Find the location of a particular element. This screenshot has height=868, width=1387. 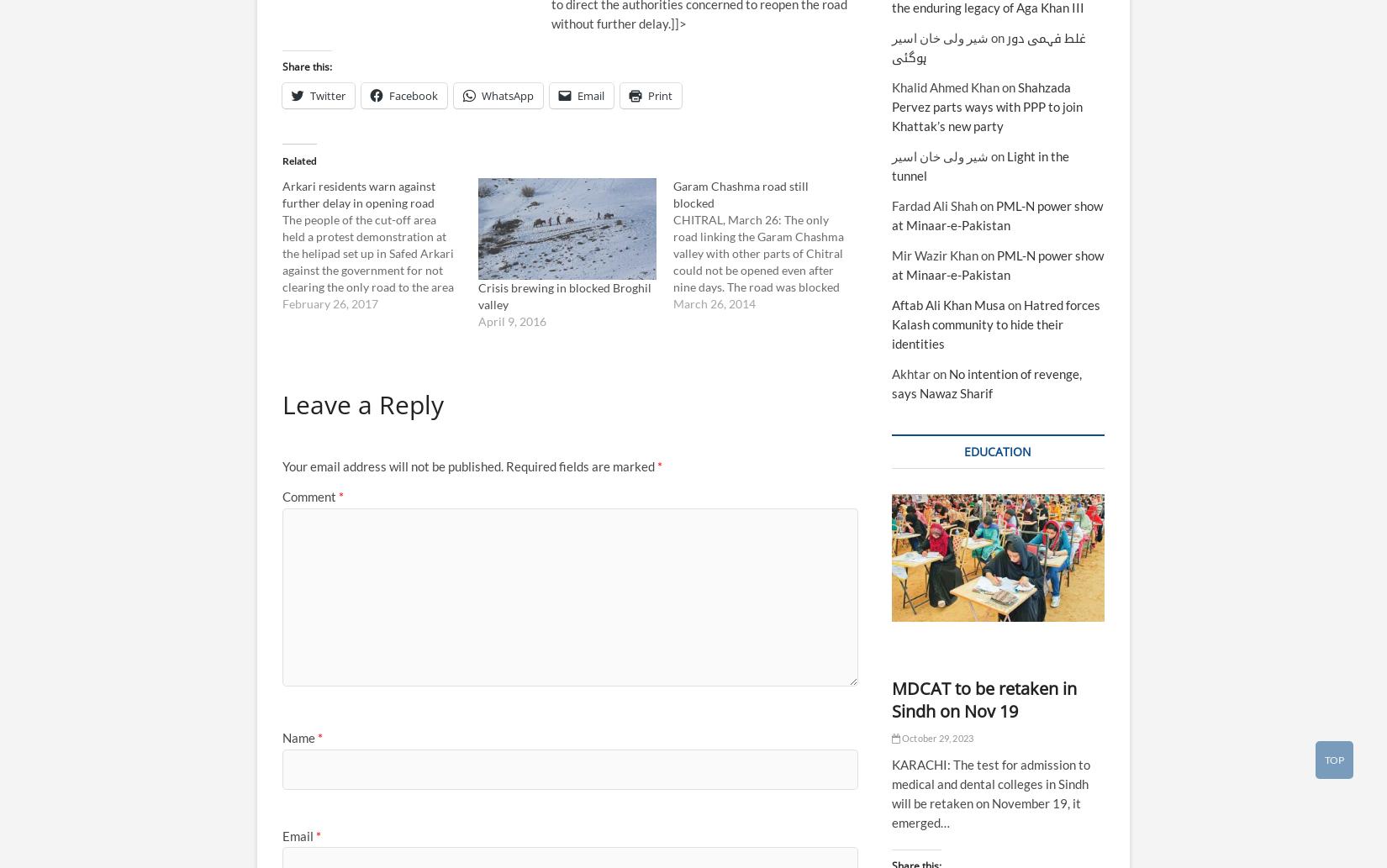

'No intention of revenge, says Nawaz Sharif' is located at coordinates (985, 382).